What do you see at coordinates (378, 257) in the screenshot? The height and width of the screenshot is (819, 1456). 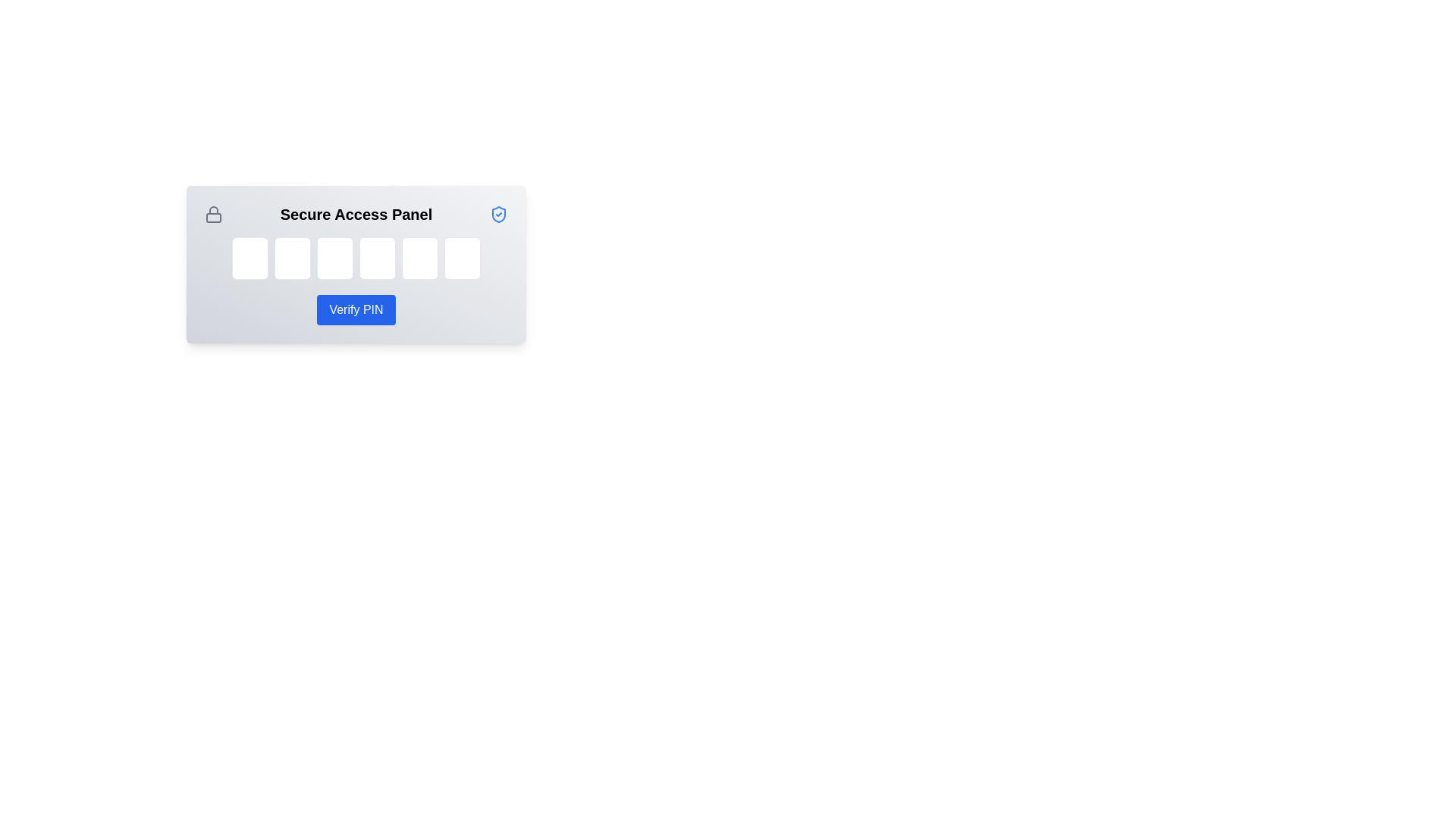 I see `the fourth password input box in the Secure Access Panel to focus the input field` at bounding box center [378, 257].